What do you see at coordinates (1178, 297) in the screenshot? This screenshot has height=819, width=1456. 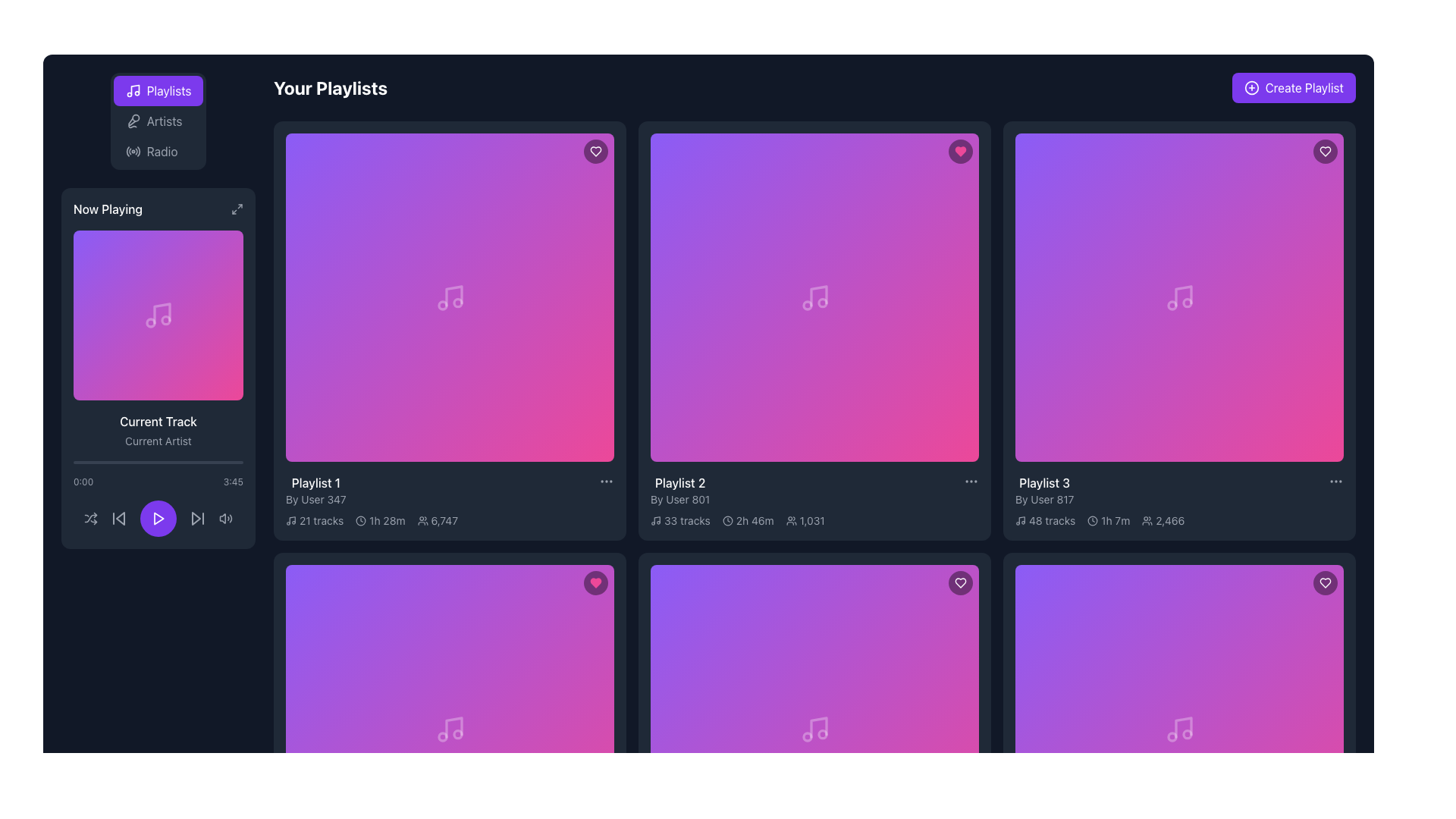 I see `the music note icon, which is centrally located within the 'Playlist 3' card in the 'Your Playlists' section, featuring a white design on a gradient background` at bounding box center [1178, 297].